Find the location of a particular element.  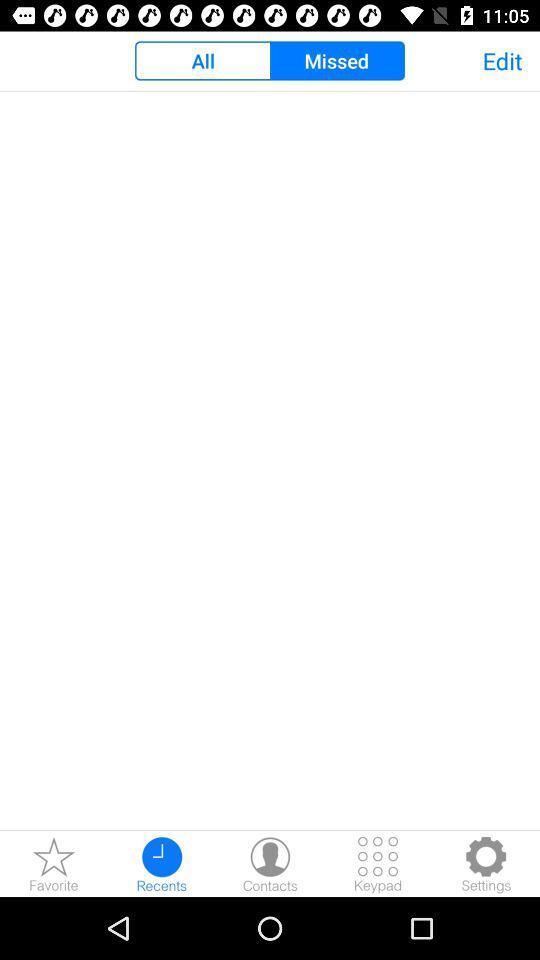

open keypad is located at coordinates (378, 863).